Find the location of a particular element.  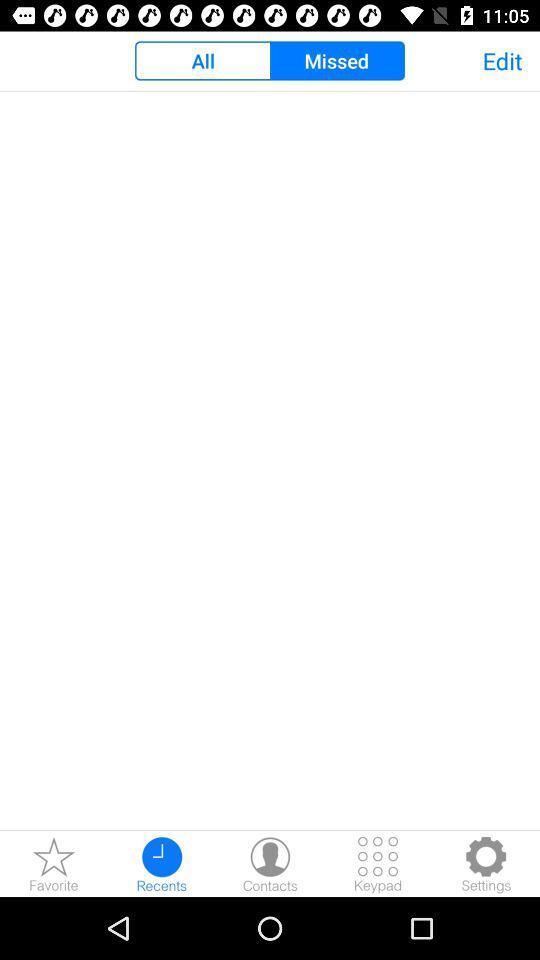

open keypad is located at coordinates (378, 863).